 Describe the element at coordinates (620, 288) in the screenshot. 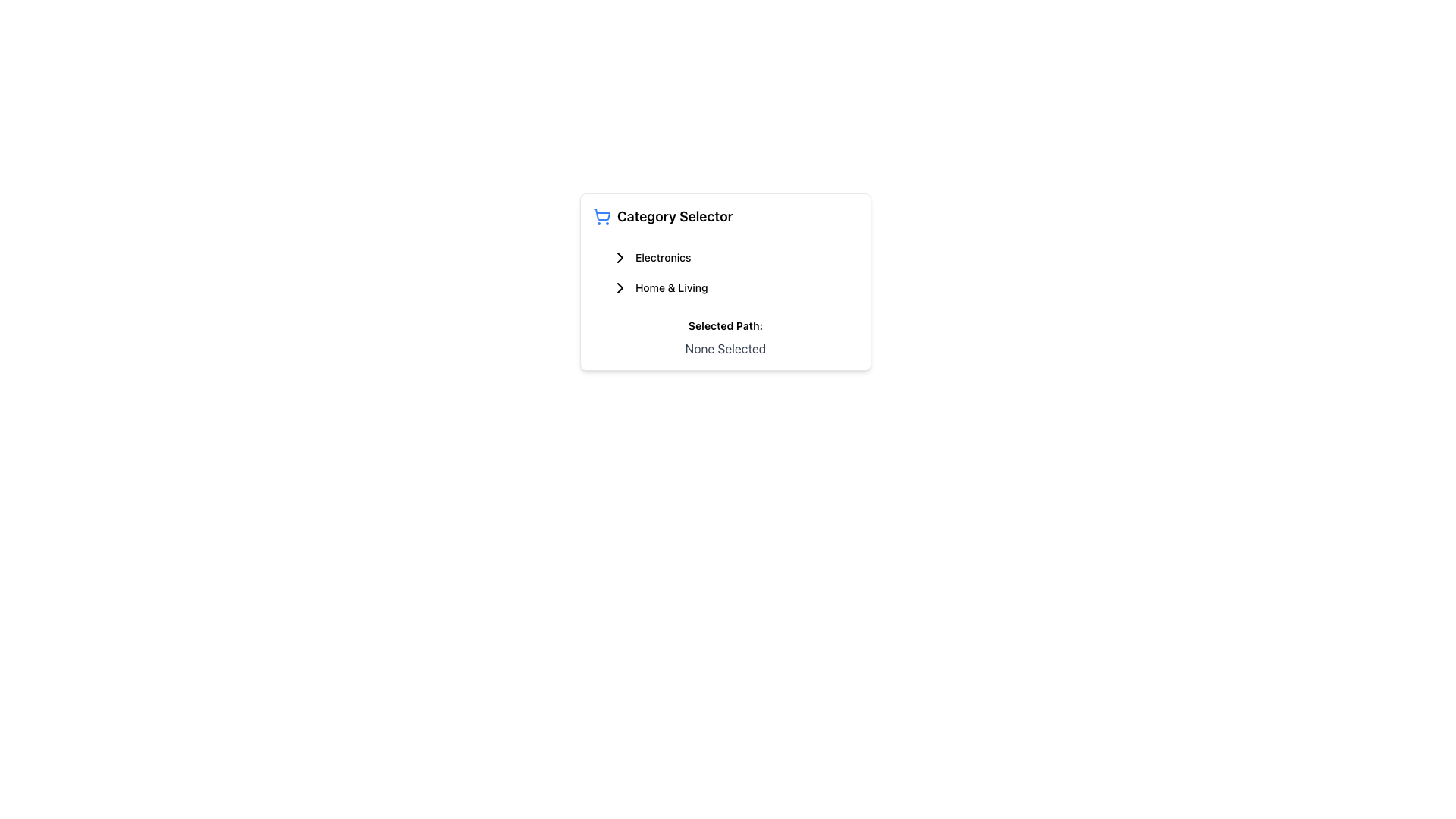

I see `the right-facing chevron icon, which is styled with a black stroke and empty fill, located to the left of the 'Home & Living' text` at that location.